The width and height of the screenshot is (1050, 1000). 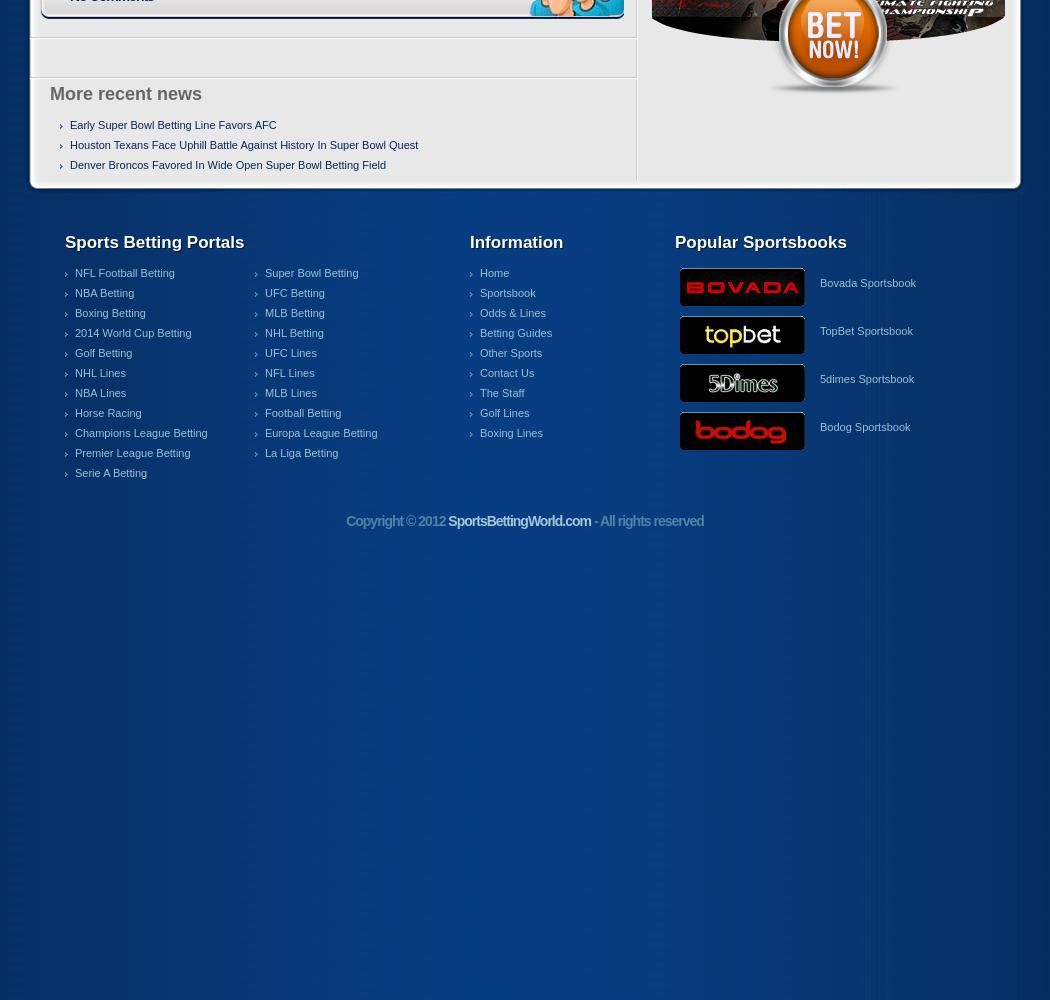 What do you see at coordinates (244, 145) in the screenshot?
I see `'Houston Texans Face Uphill Battle Against History In Super Bowl Quest'` at bounding box center [244, 145].